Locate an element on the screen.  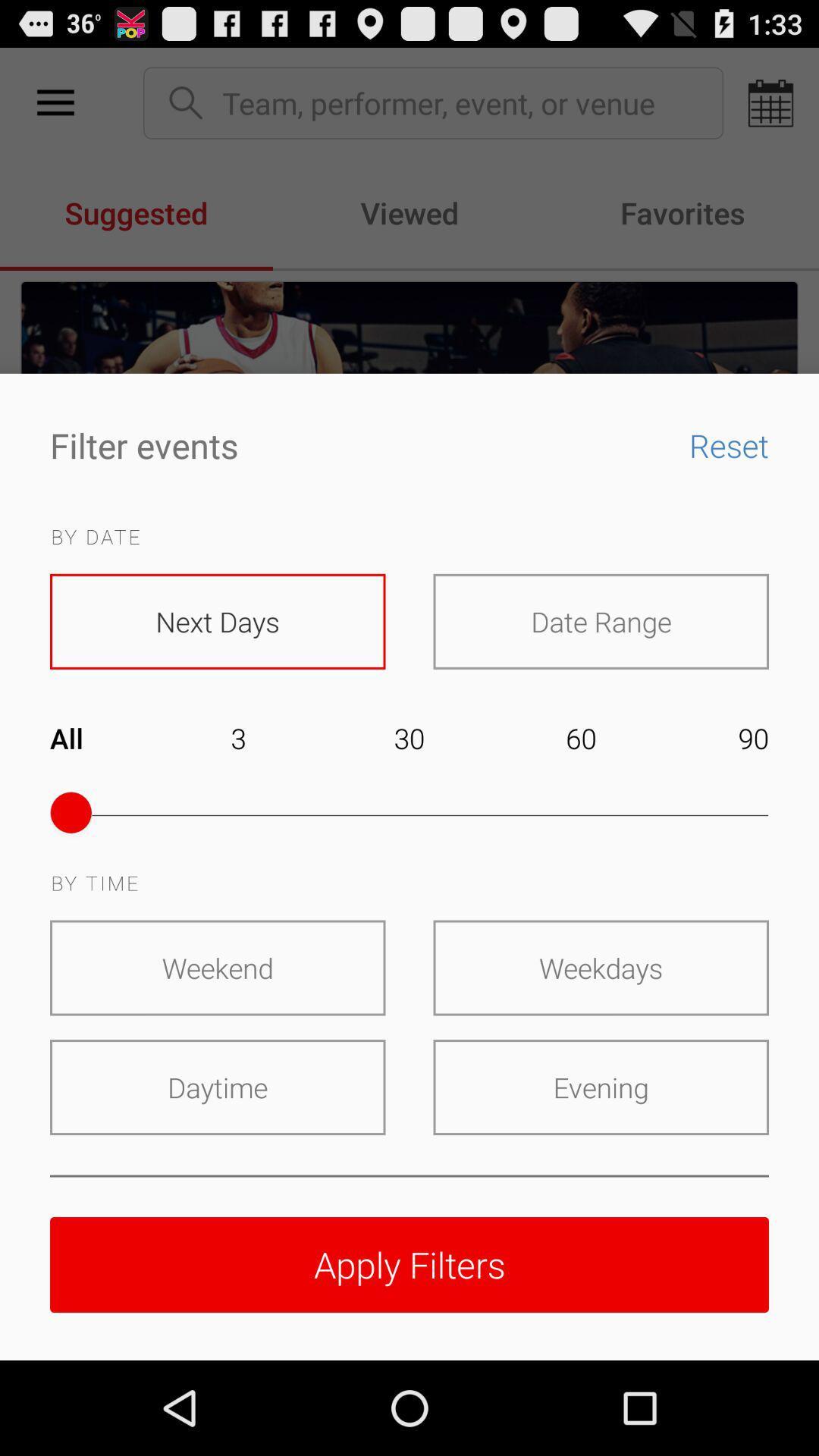
icon below the reset icon is located at coordinates (600, 621).